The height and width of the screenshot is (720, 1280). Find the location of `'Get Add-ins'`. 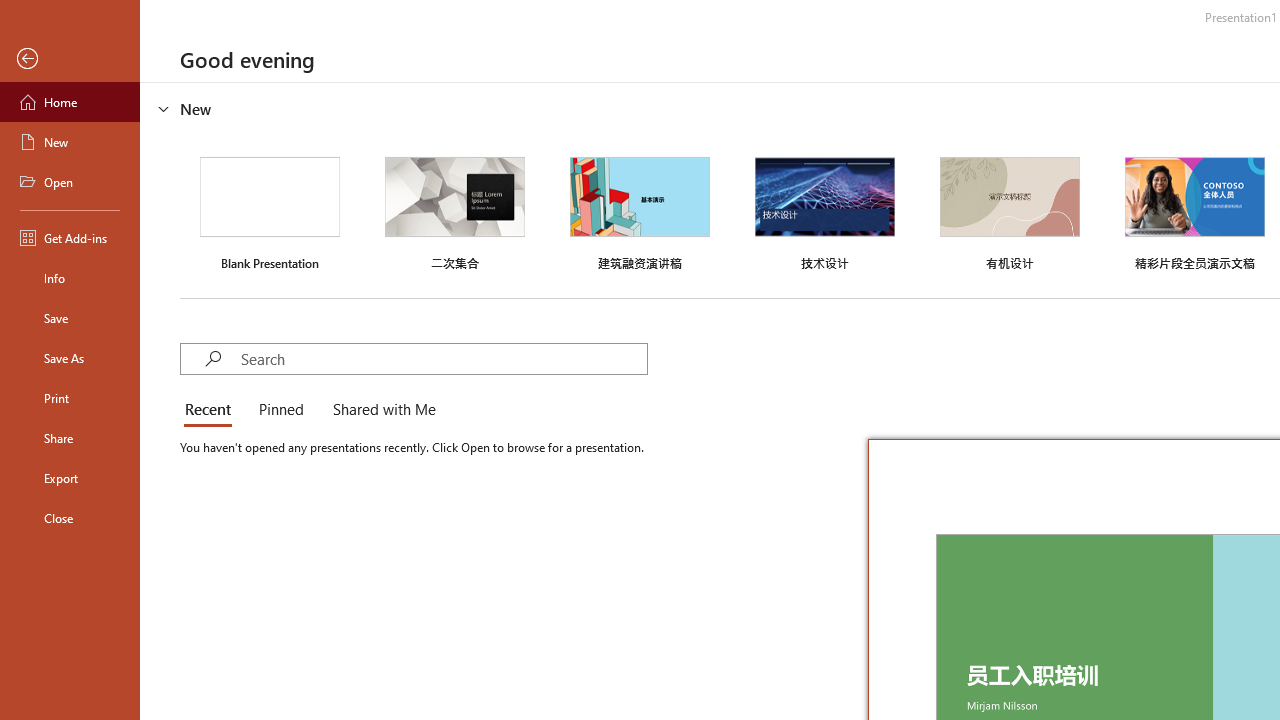

'Get Add-ins' is located at coordinates (69, 236).